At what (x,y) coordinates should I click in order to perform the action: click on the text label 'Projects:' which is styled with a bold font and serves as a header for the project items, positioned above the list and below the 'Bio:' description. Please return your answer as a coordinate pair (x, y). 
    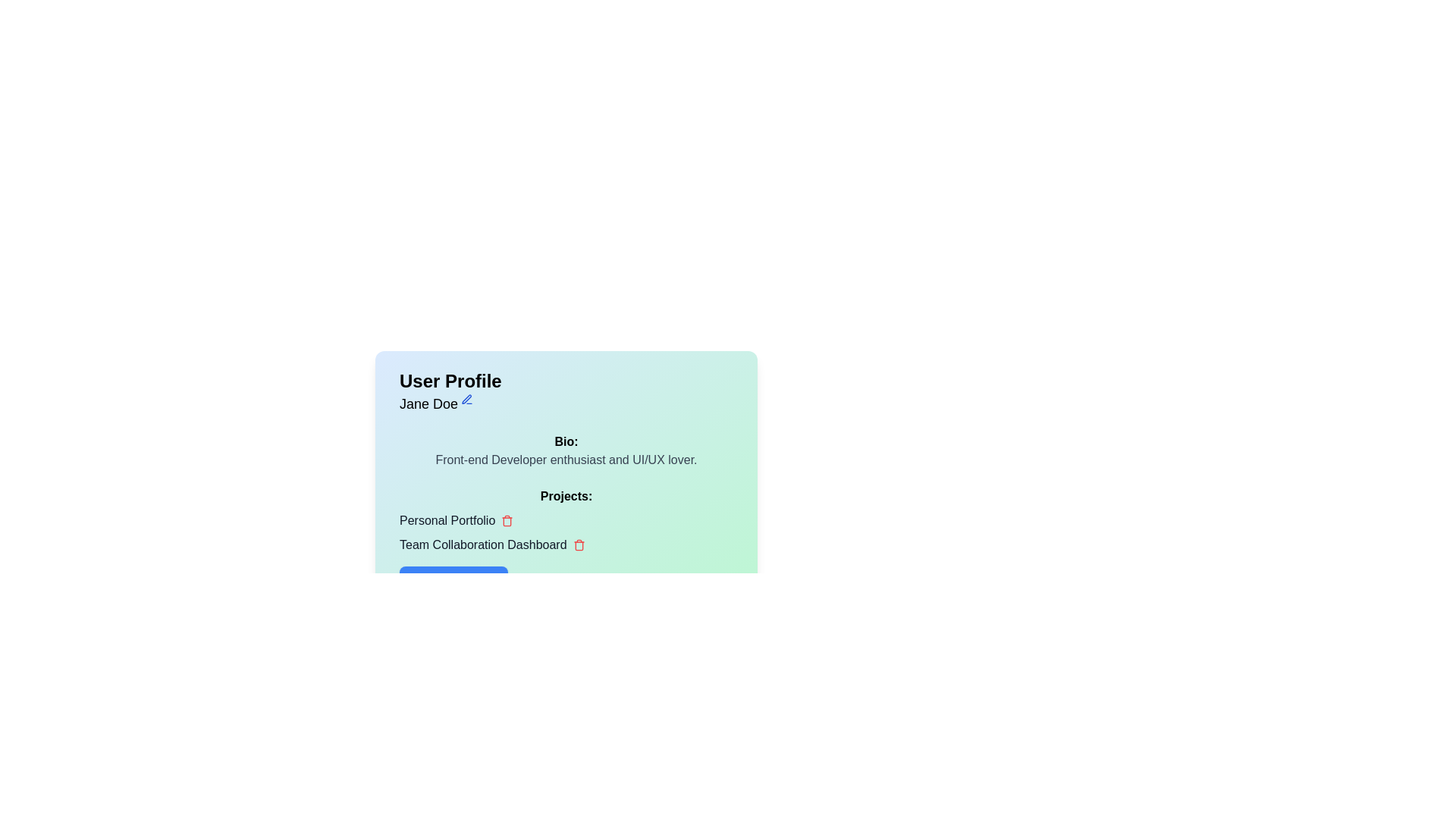
    Looking at the image, I should click on (566, 497).